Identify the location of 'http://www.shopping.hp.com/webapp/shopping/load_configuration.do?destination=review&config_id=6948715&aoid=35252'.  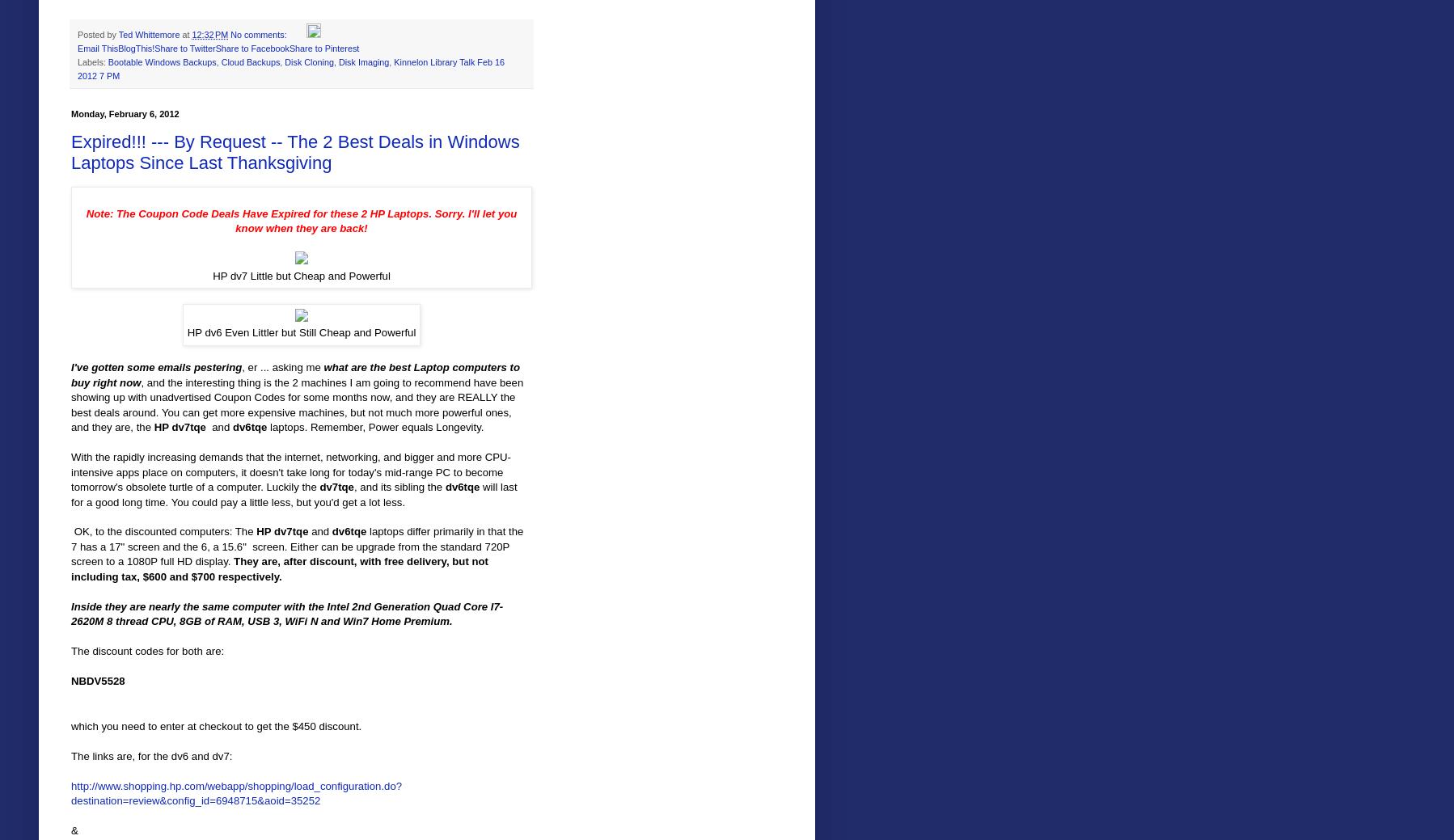
(236, 793).